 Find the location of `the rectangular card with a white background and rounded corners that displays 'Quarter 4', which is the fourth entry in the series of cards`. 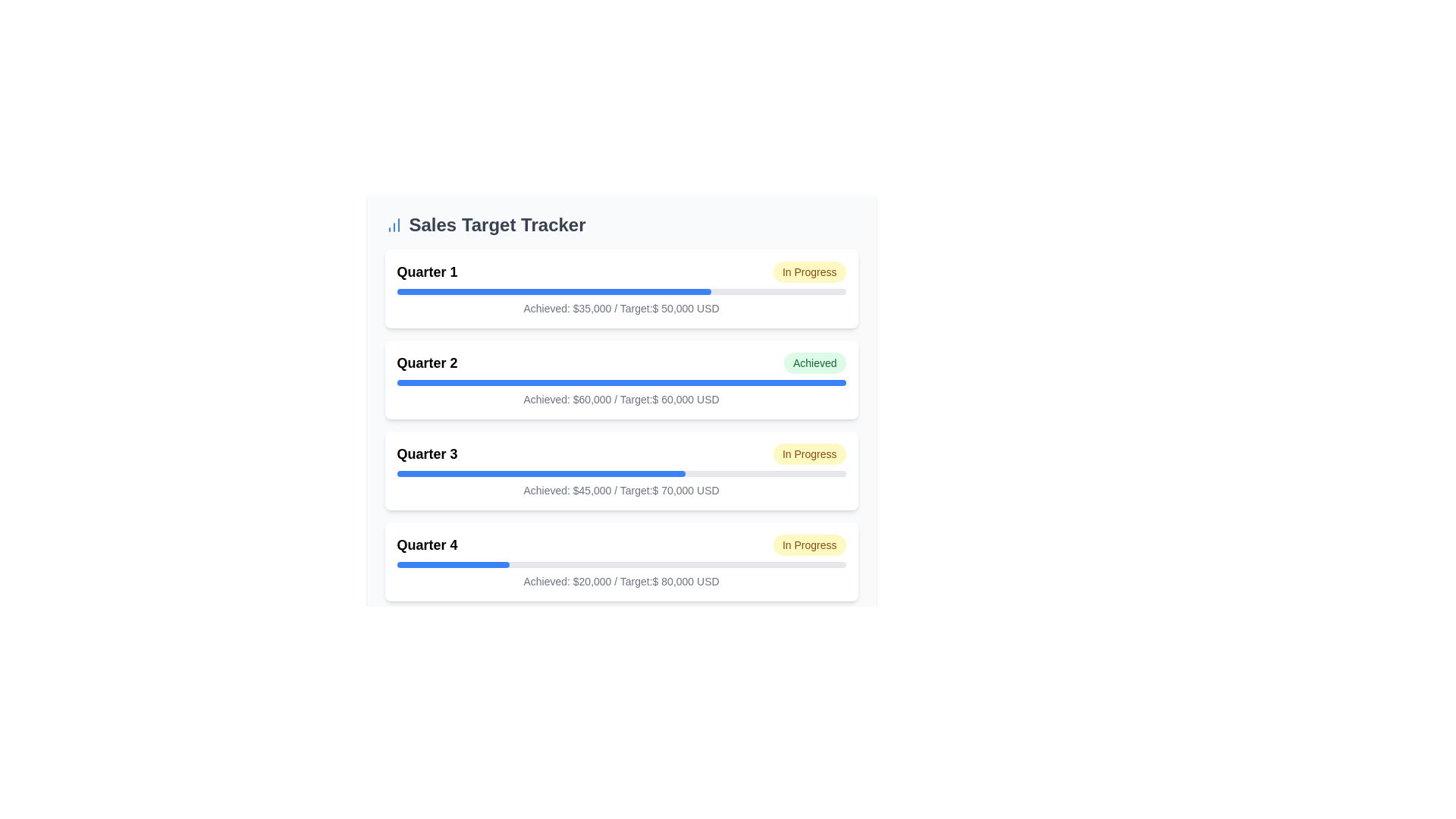

the rectangular card with a white background and rounded corners that displays 'Quarter 4', which is the fourth entry in the series of cards is located at coordinates (621, 561).